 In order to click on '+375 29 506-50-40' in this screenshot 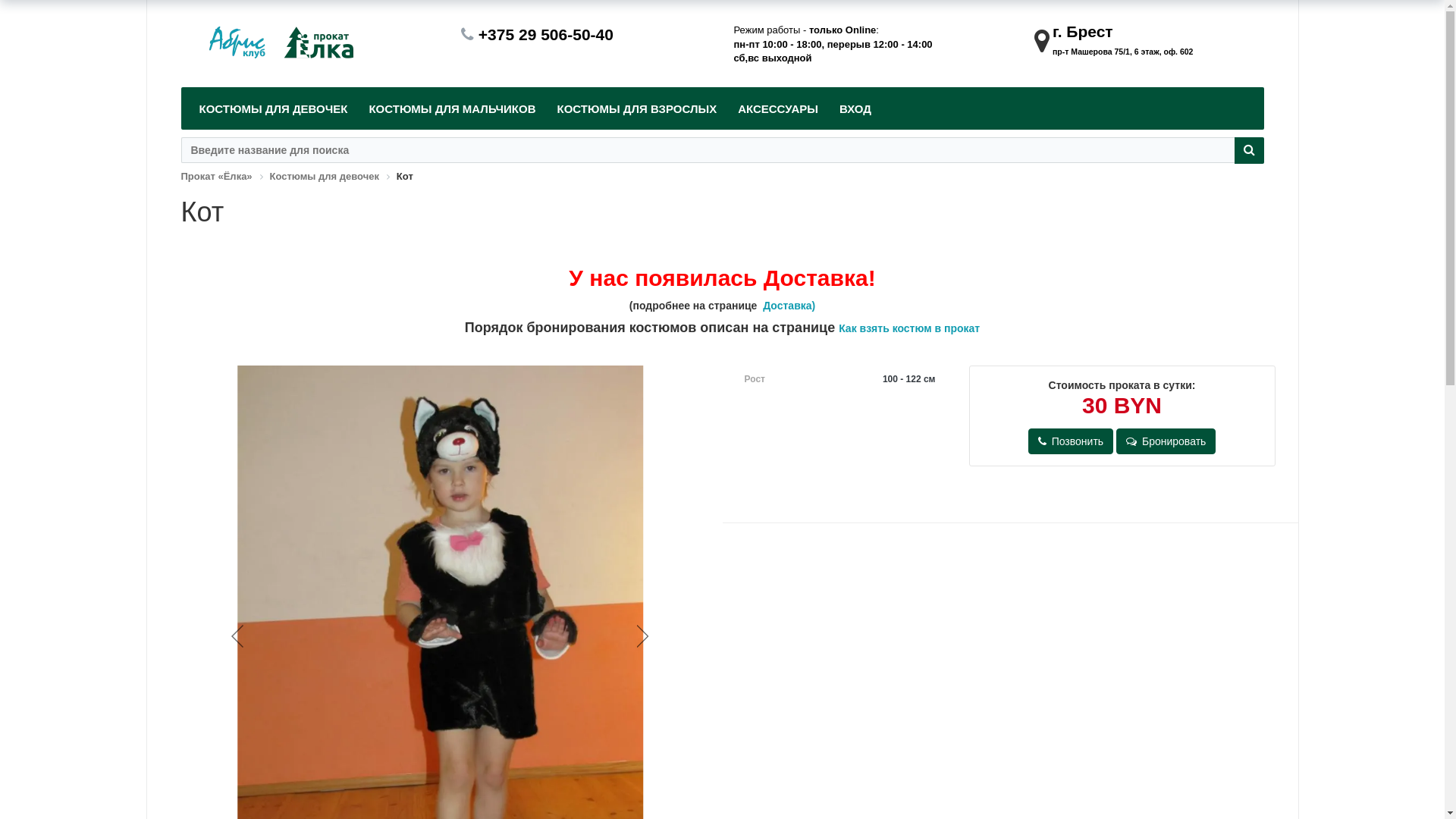, I will do `click(546, 34)`.